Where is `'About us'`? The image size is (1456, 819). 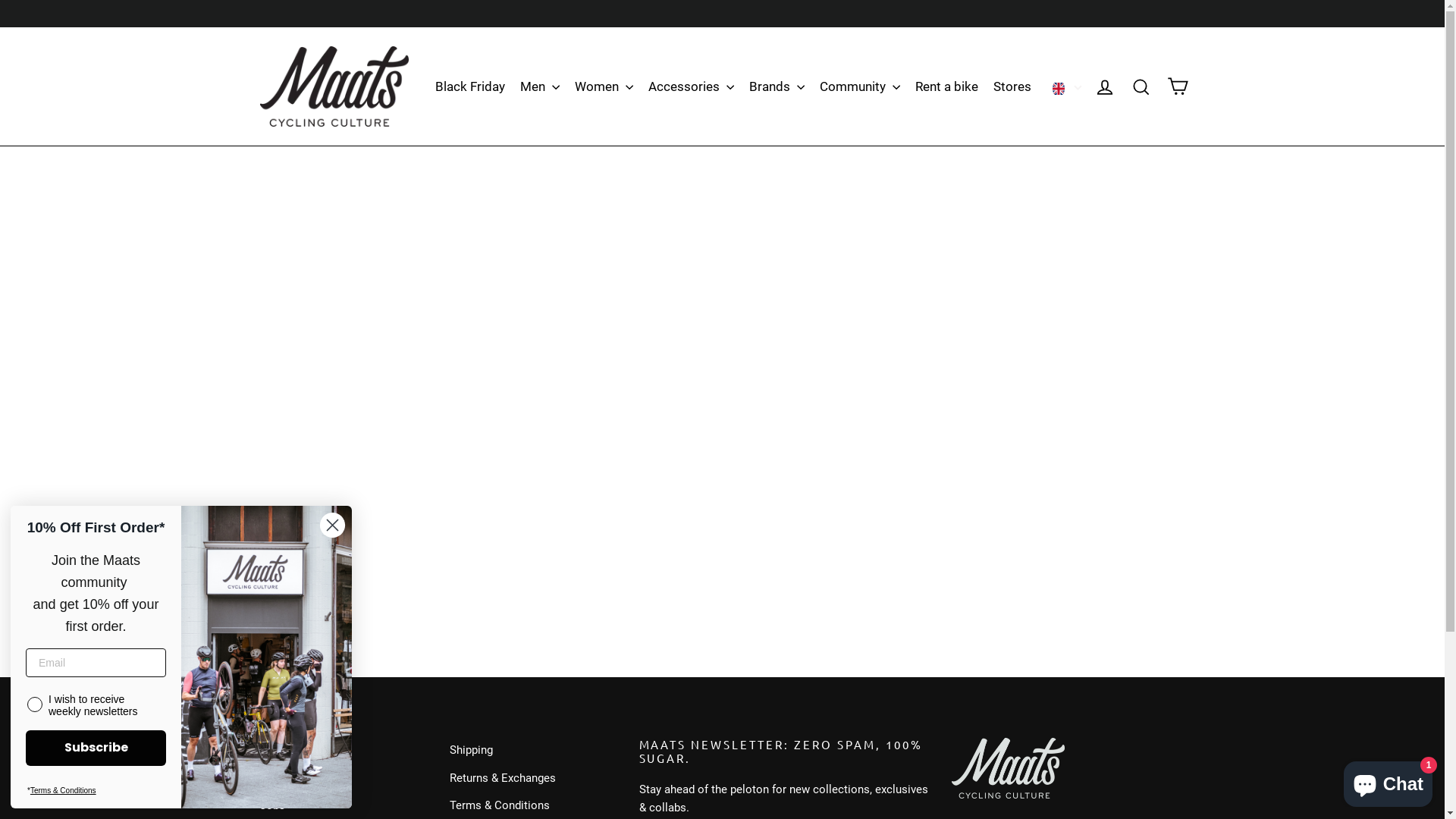 'About us' is located at coordinates (341, 778).